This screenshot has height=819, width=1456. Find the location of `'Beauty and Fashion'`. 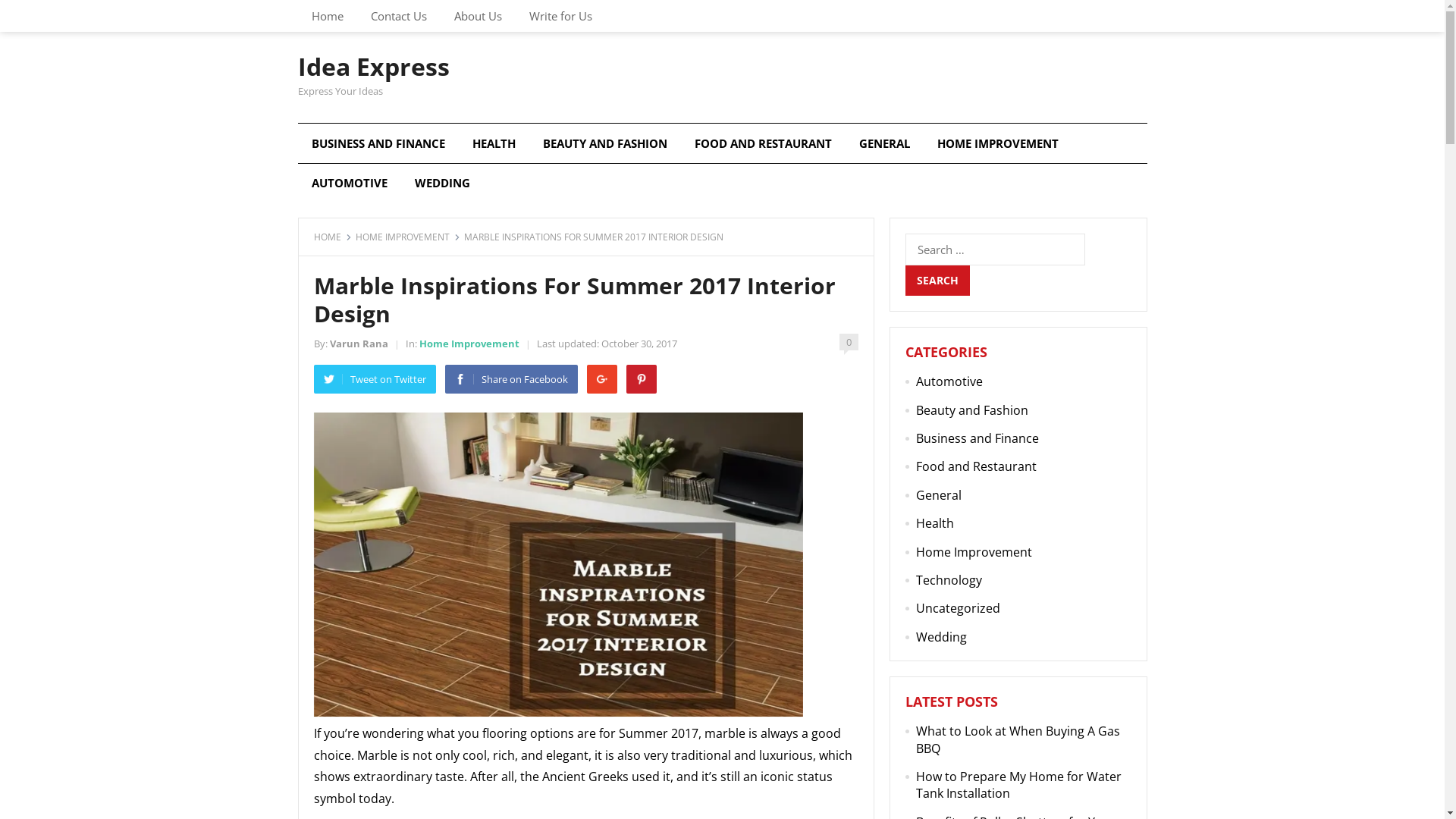

'Beauty and Fashion' is located at coordinates (971, 409).